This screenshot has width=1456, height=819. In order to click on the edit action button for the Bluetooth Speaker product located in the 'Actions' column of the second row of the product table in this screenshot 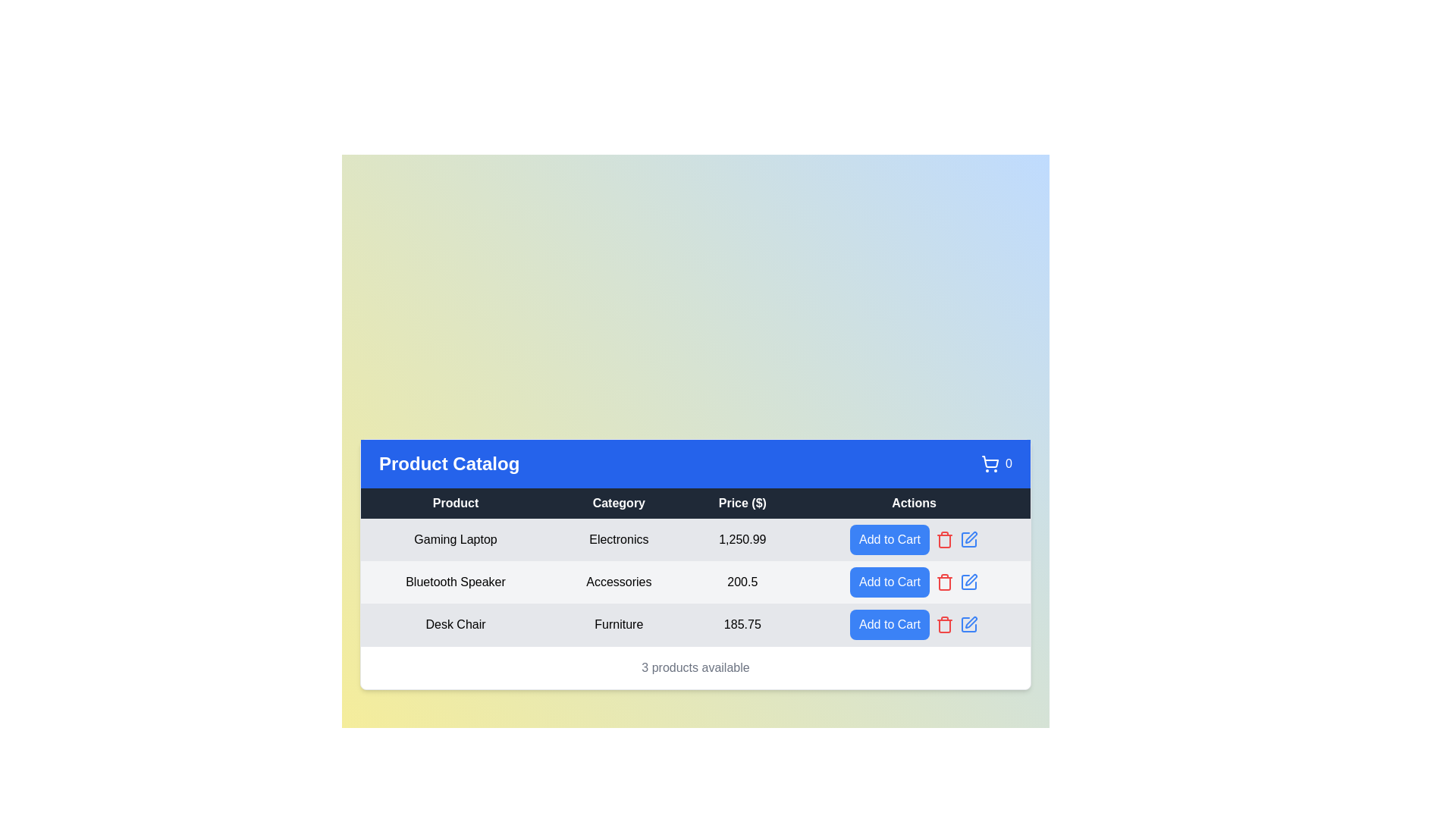, I will do `click(968, 581)`.